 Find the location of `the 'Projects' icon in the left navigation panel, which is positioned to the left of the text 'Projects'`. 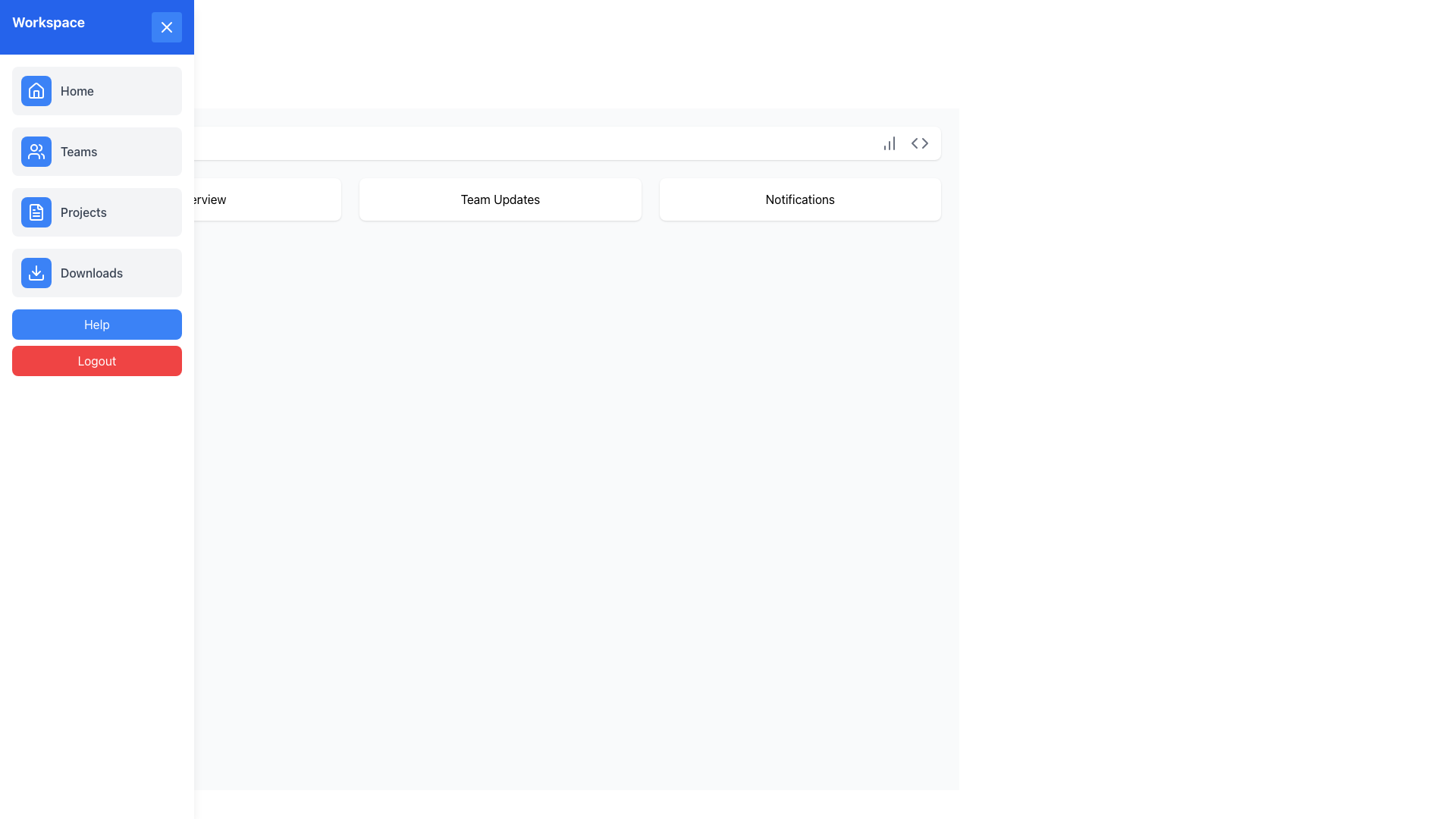

the 'Projects' icon in the left navigation panel, which is positioned to the left of the text 'Projects' is located at coordinates (36, 212).